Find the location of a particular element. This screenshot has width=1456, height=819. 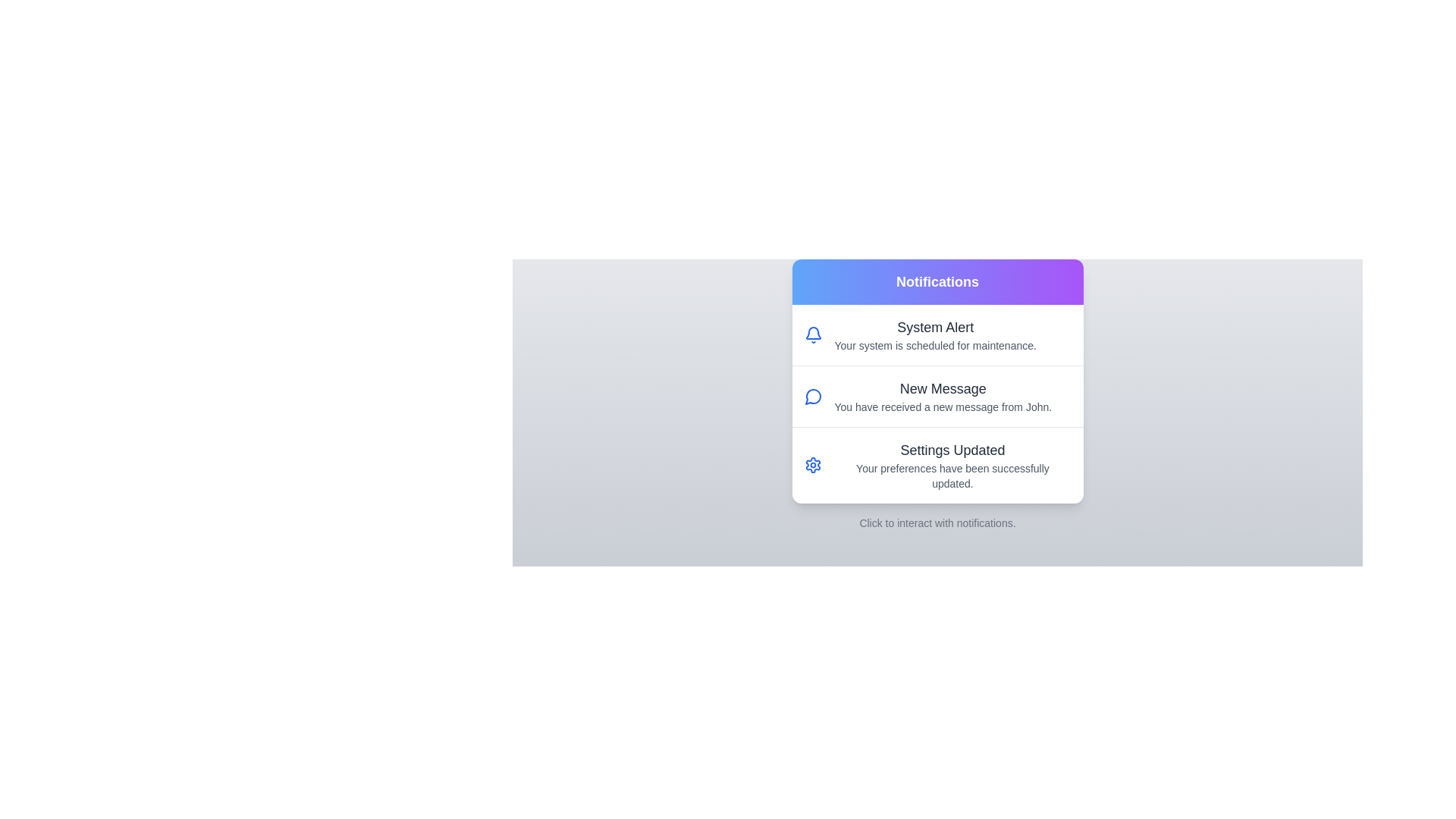

the icon associated with the notification titled 'System Alert' is located at coordinates (812, 334).